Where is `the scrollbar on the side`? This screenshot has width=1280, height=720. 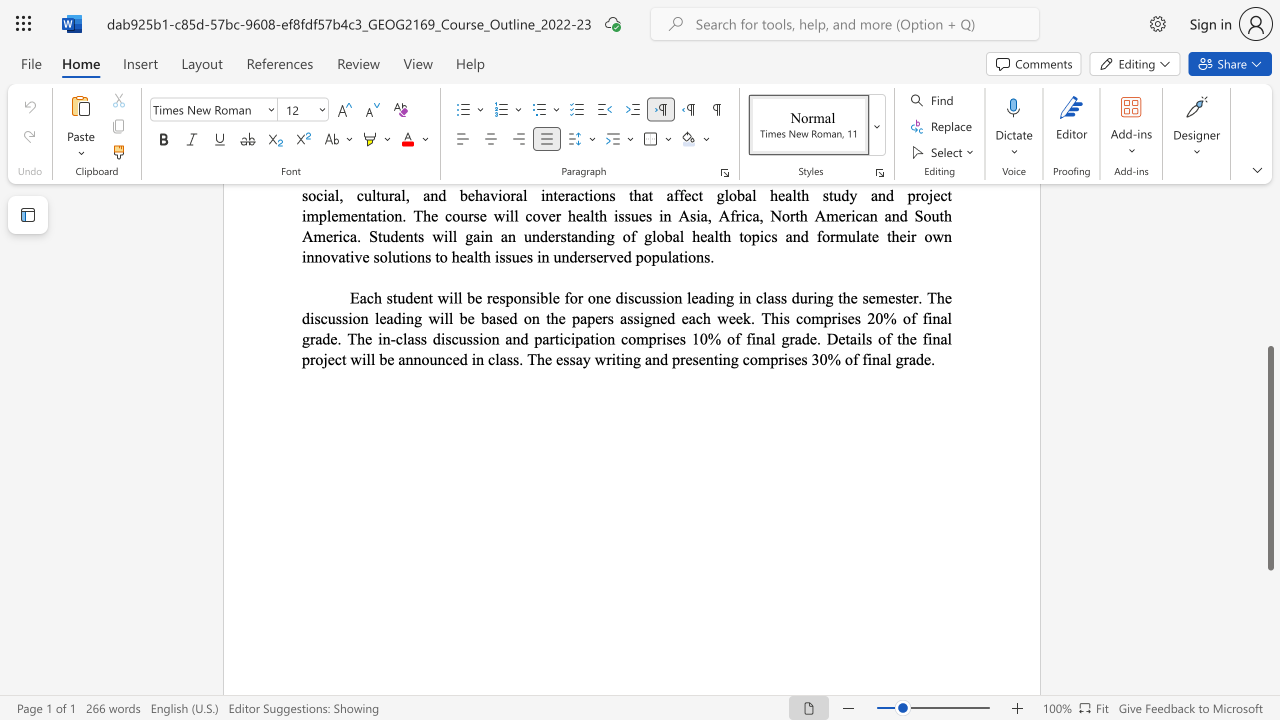
the scrollbar on the side is located at coordinates (1269, 280).